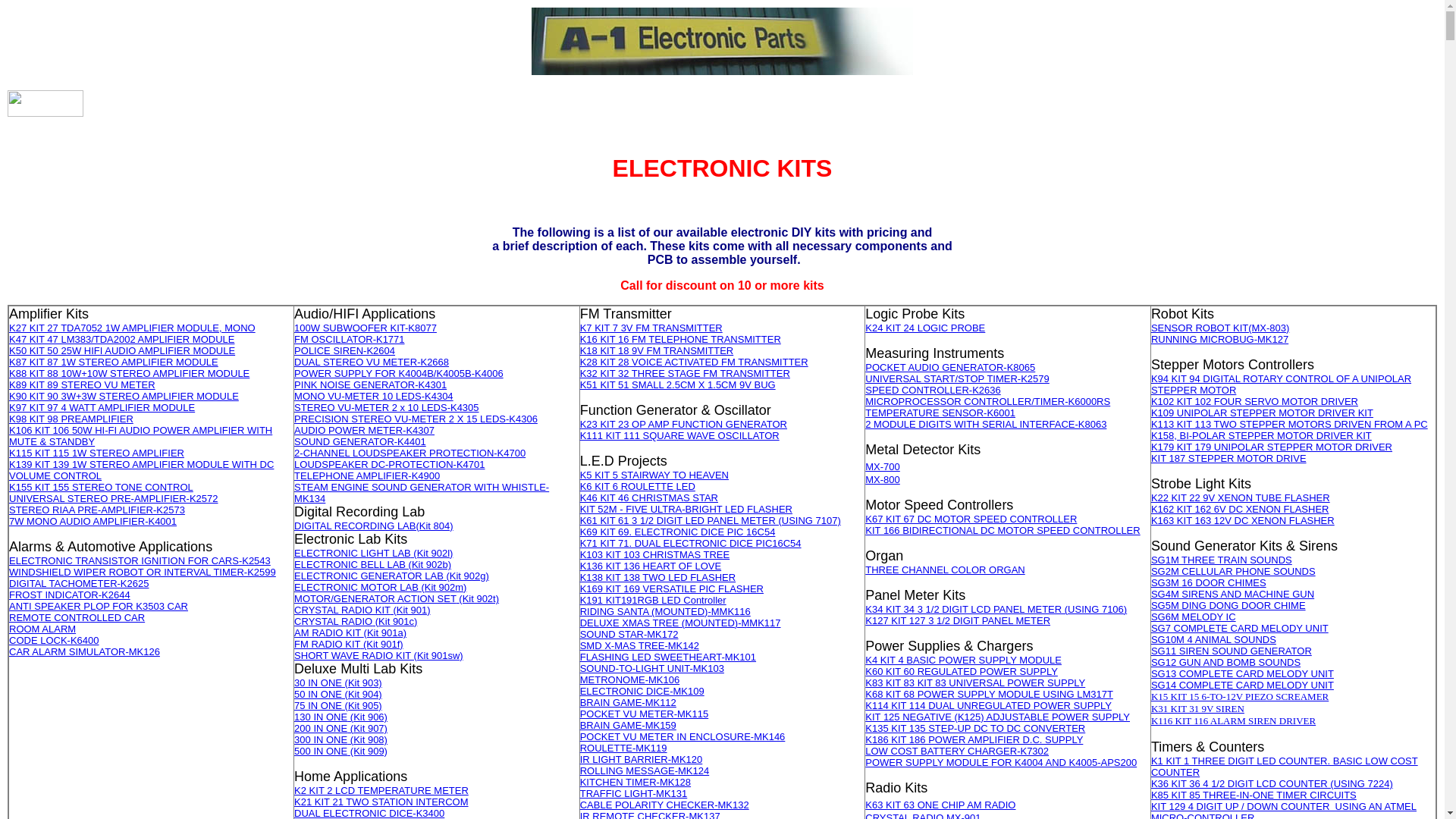 This screenshot has height=819, width=1456. Describe the element at coordinates (9, 640) in the screenshot. I see `'CODE LOCK-K6400'` at that location.